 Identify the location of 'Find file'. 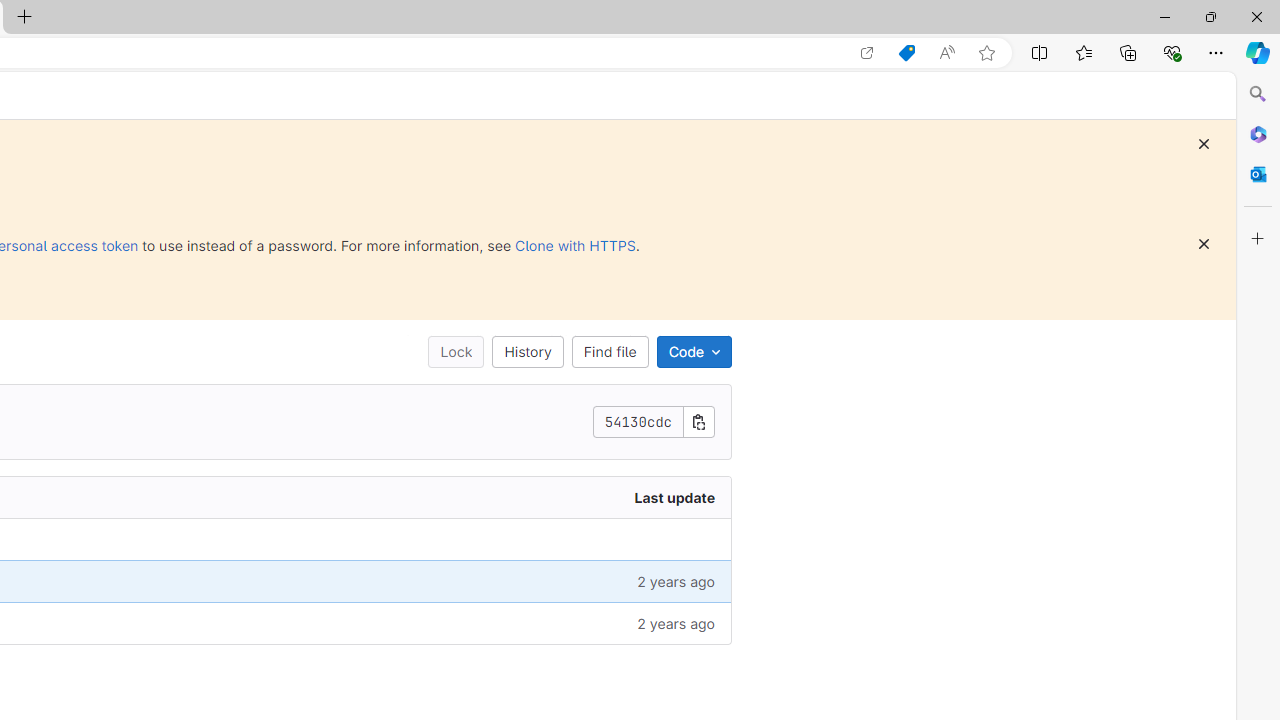
(608, 351).